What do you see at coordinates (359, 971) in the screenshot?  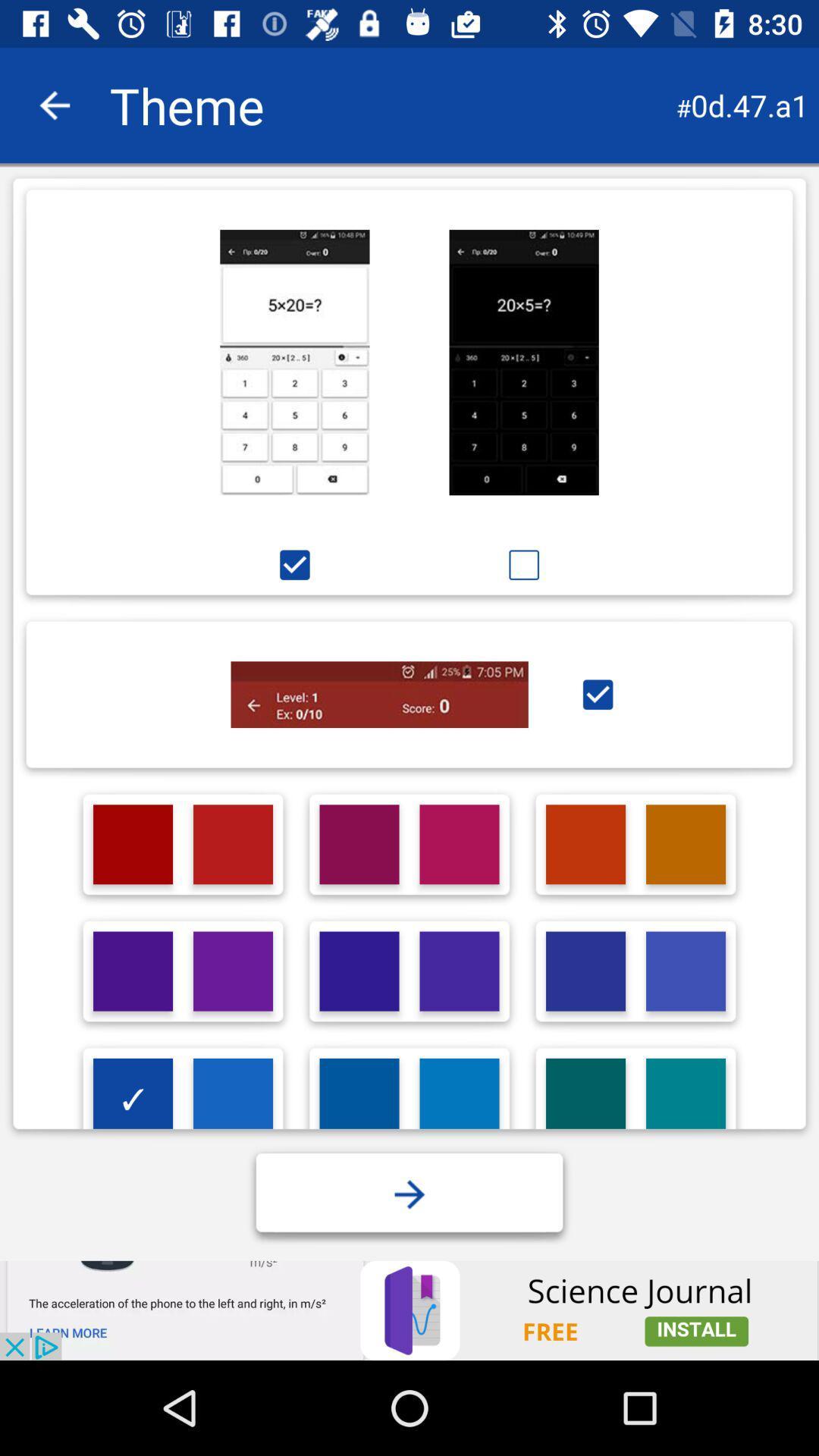 I see `theme color` at bounding box center [359, 971].